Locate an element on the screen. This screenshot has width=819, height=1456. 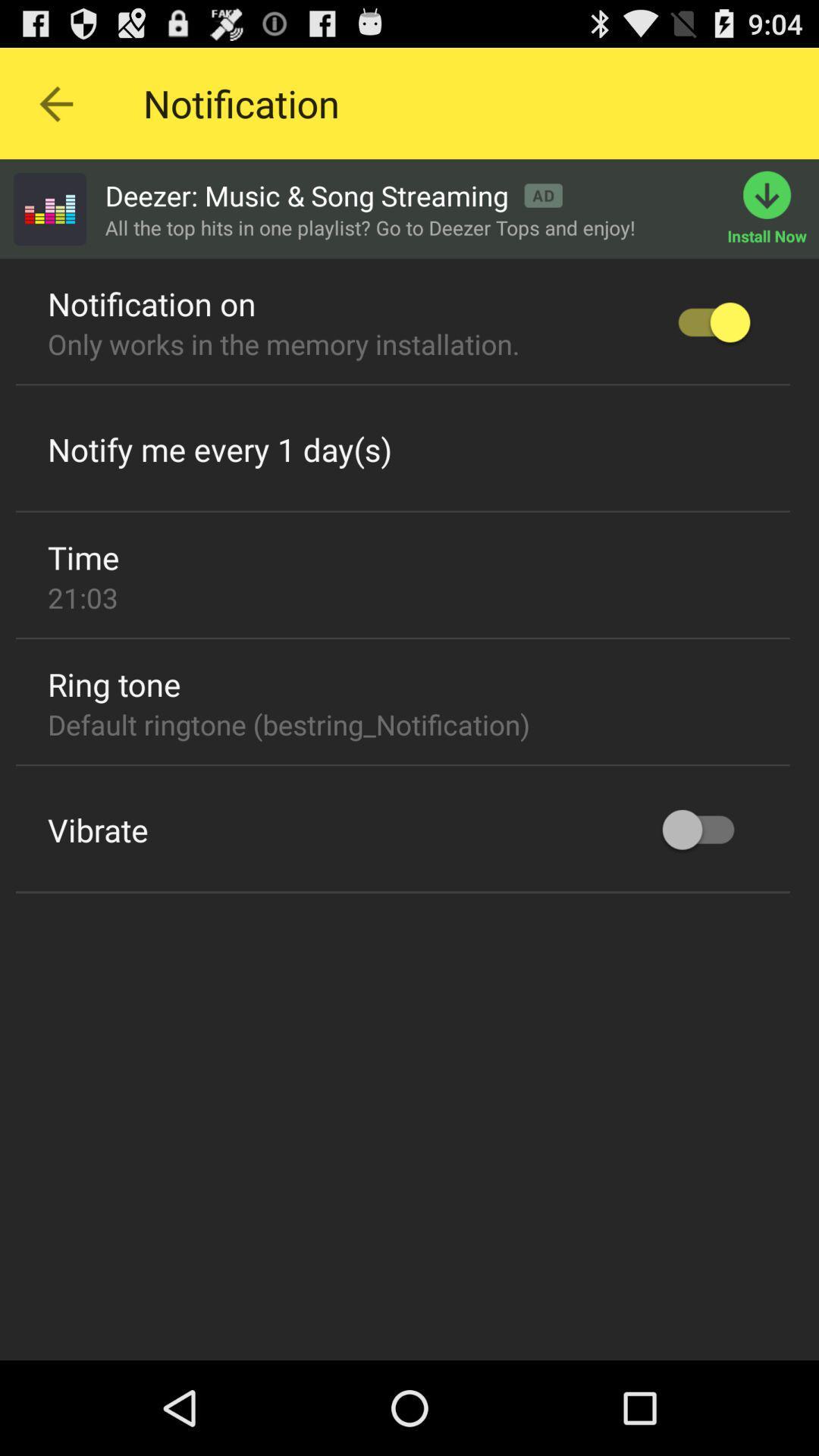
item above the only works in item is located at coordinates (152, 303).